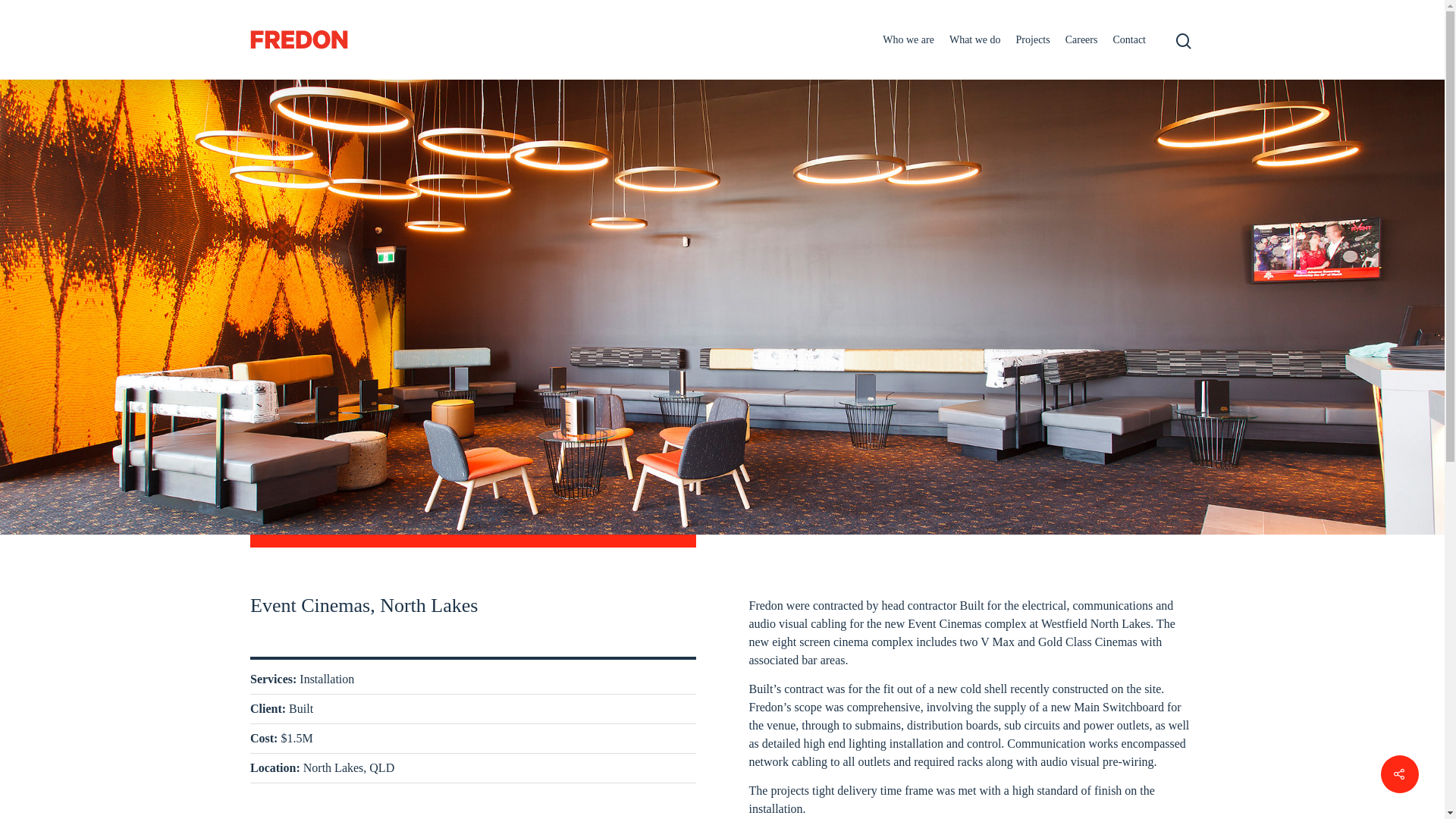 The height and width of the screenshot is (819, 1456). What do you see at coordinates (1065, 38) in the screenshot?
I see `'Careers'` at bounding box center [1065, 38].